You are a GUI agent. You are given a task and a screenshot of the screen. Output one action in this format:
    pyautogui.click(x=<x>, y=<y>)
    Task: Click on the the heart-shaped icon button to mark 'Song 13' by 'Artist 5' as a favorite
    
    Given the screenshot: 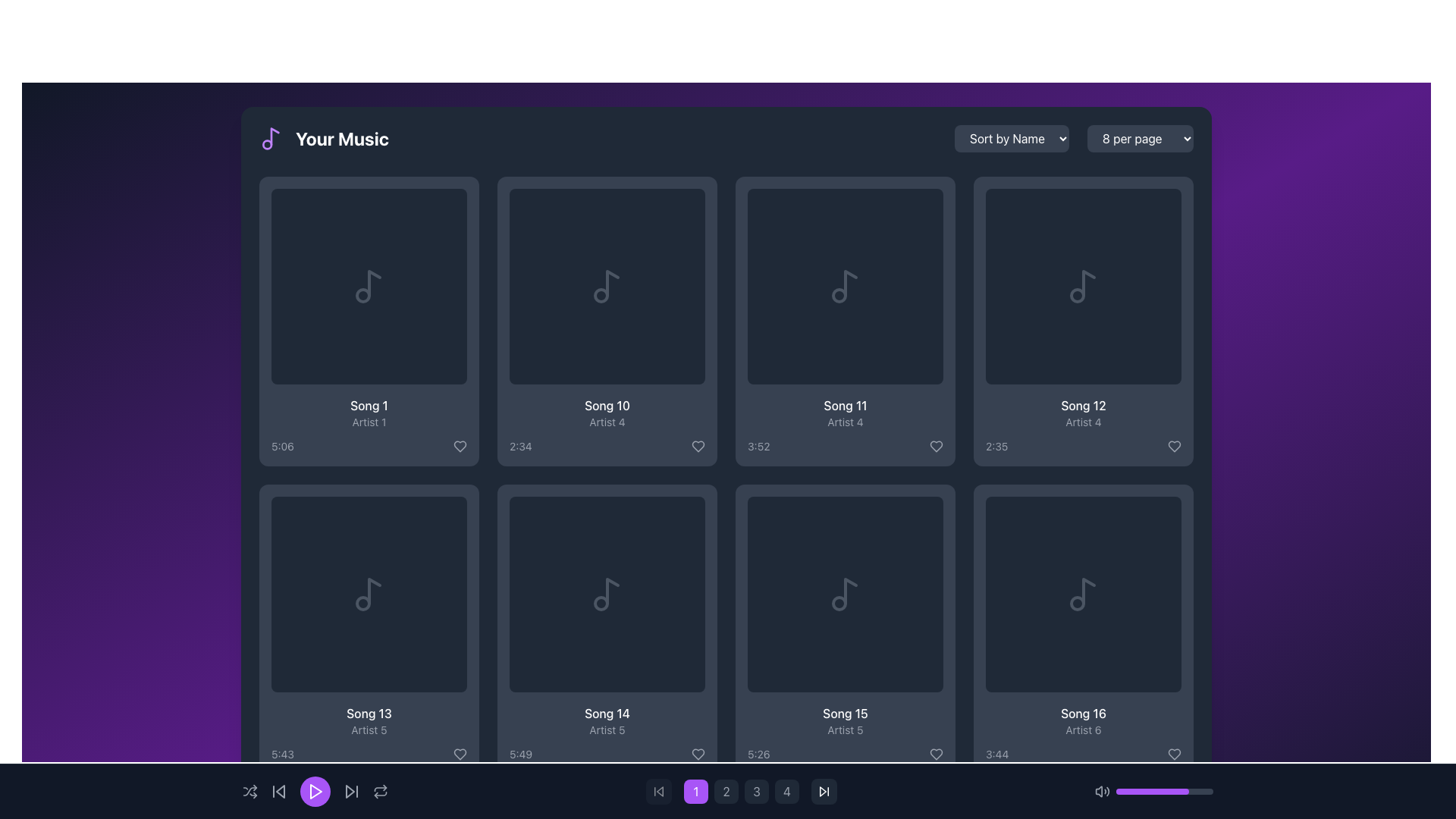 What is the action you would take?
    pyautogui.click(x=459, y=755)
    